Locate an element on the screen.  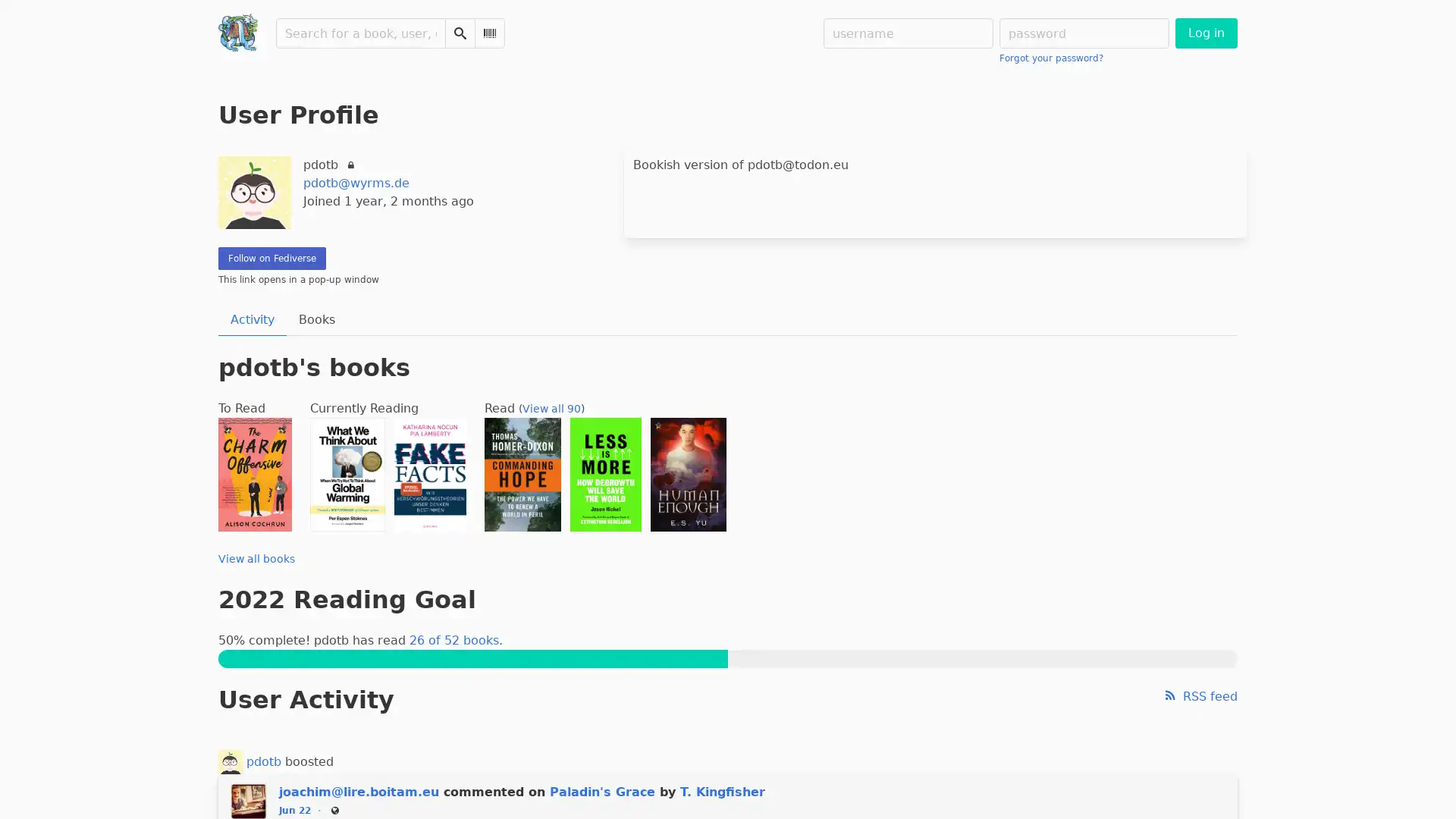
Search is located at coordinates (459, 33).